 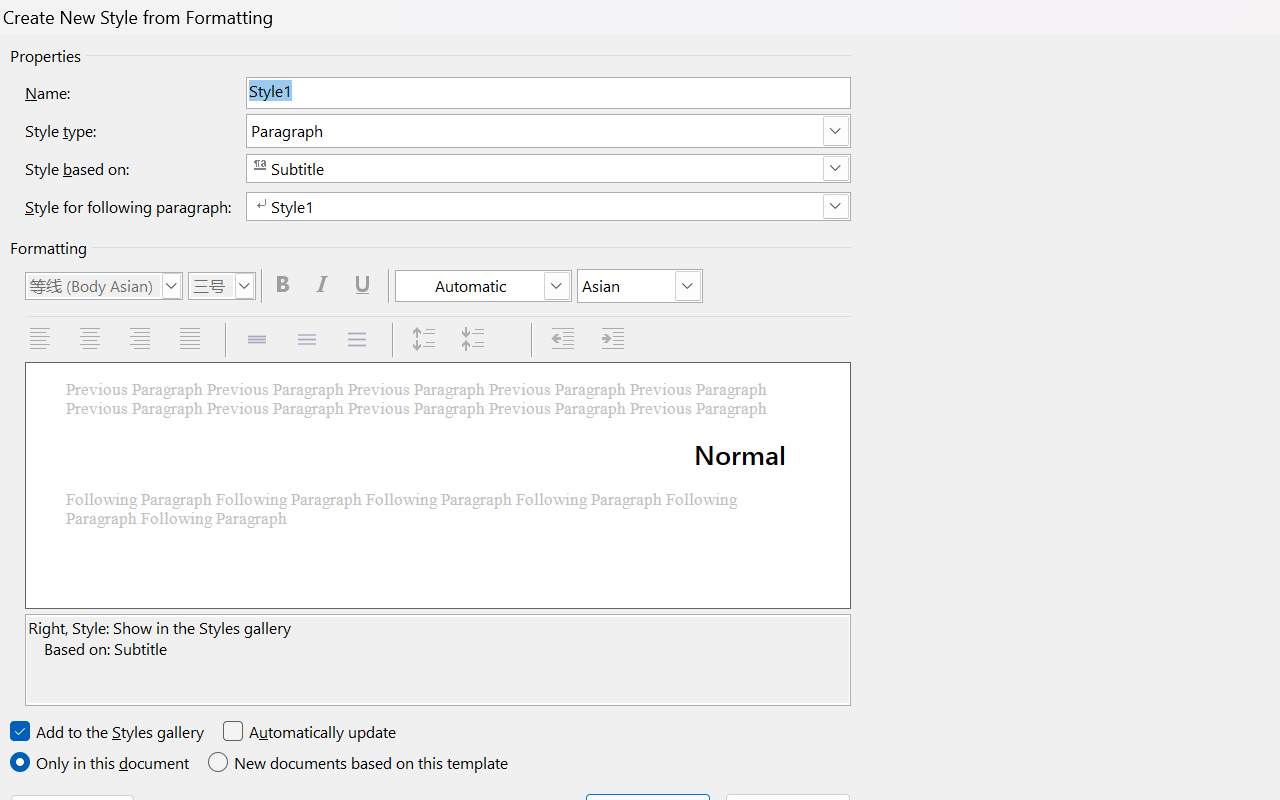 What do you see at coordinates (310, 731) in the screenshot?
I see `'Automatically update'` at bounding box center [310, 731].